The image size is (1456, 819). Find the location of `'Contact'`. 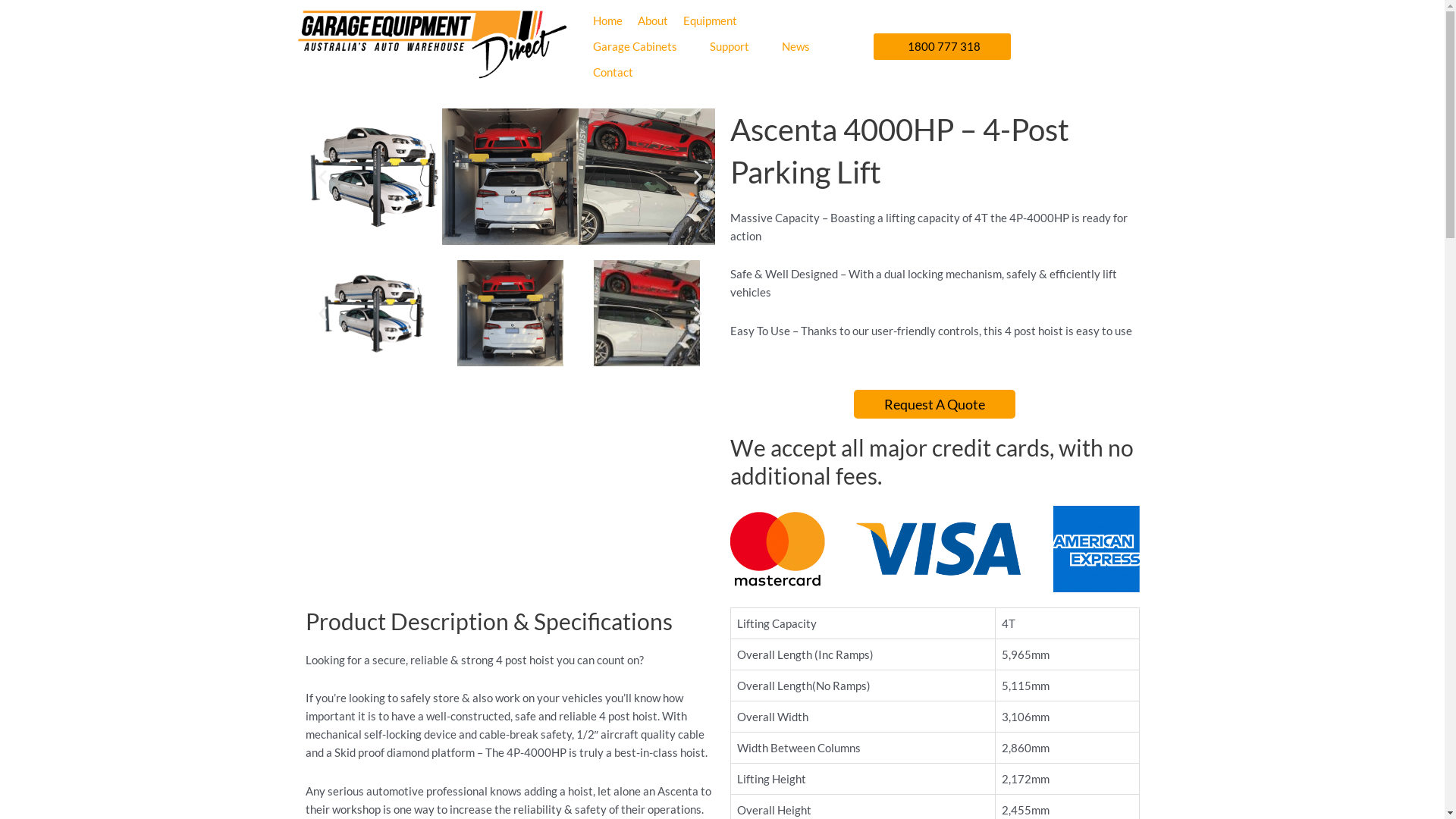

'Contact' is located at coordinates (613, 72).